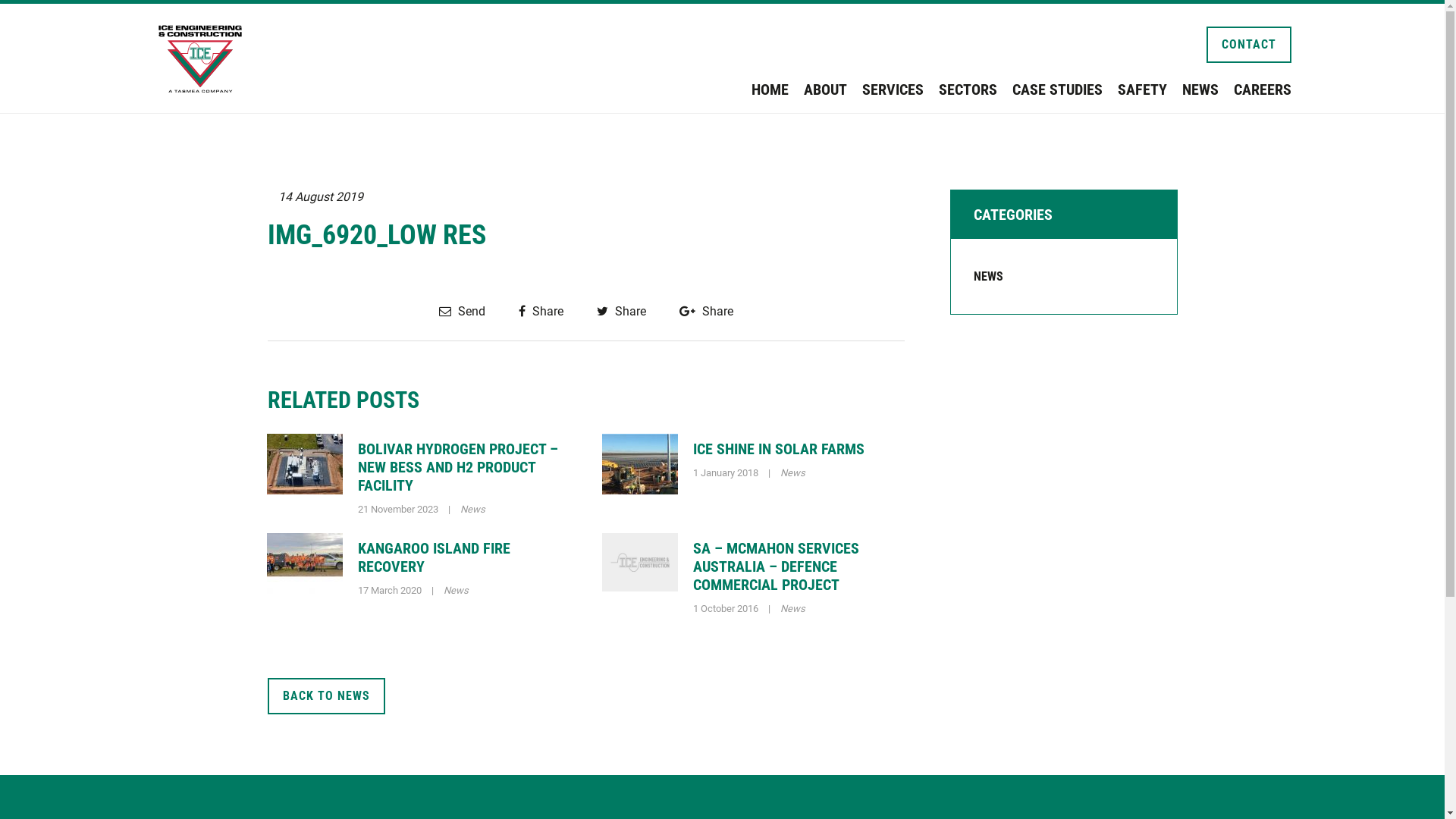 This screenshot has width=1456, height=819. What do you see at coordinates (1056, 89) in the screenshot?
I see `'CASE STUDIES'` at bounding box center [1056, 89].